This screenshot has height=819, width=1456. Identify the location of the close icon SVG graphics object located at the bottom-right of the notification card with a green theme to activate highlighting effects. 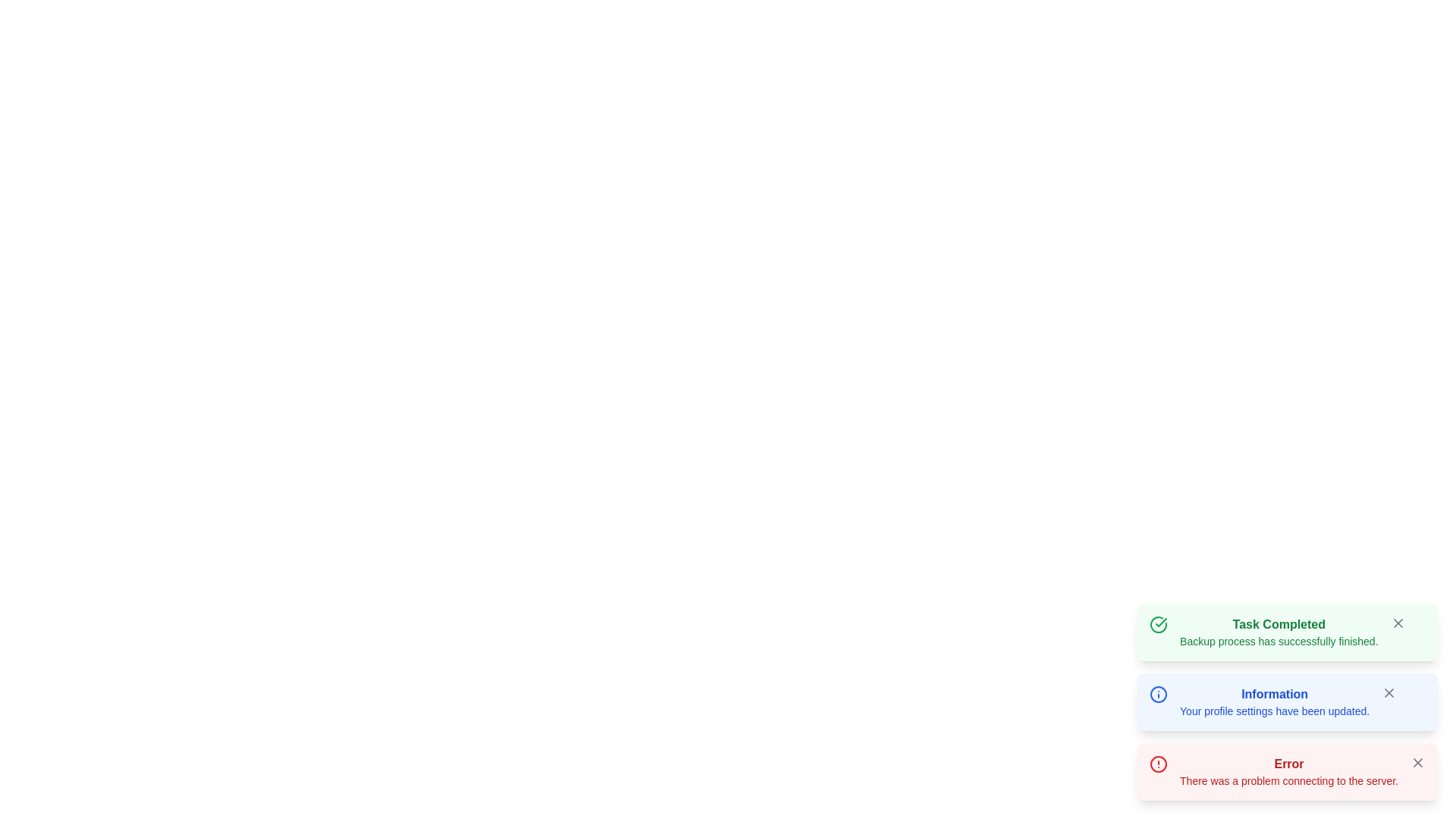
(1397, 623).